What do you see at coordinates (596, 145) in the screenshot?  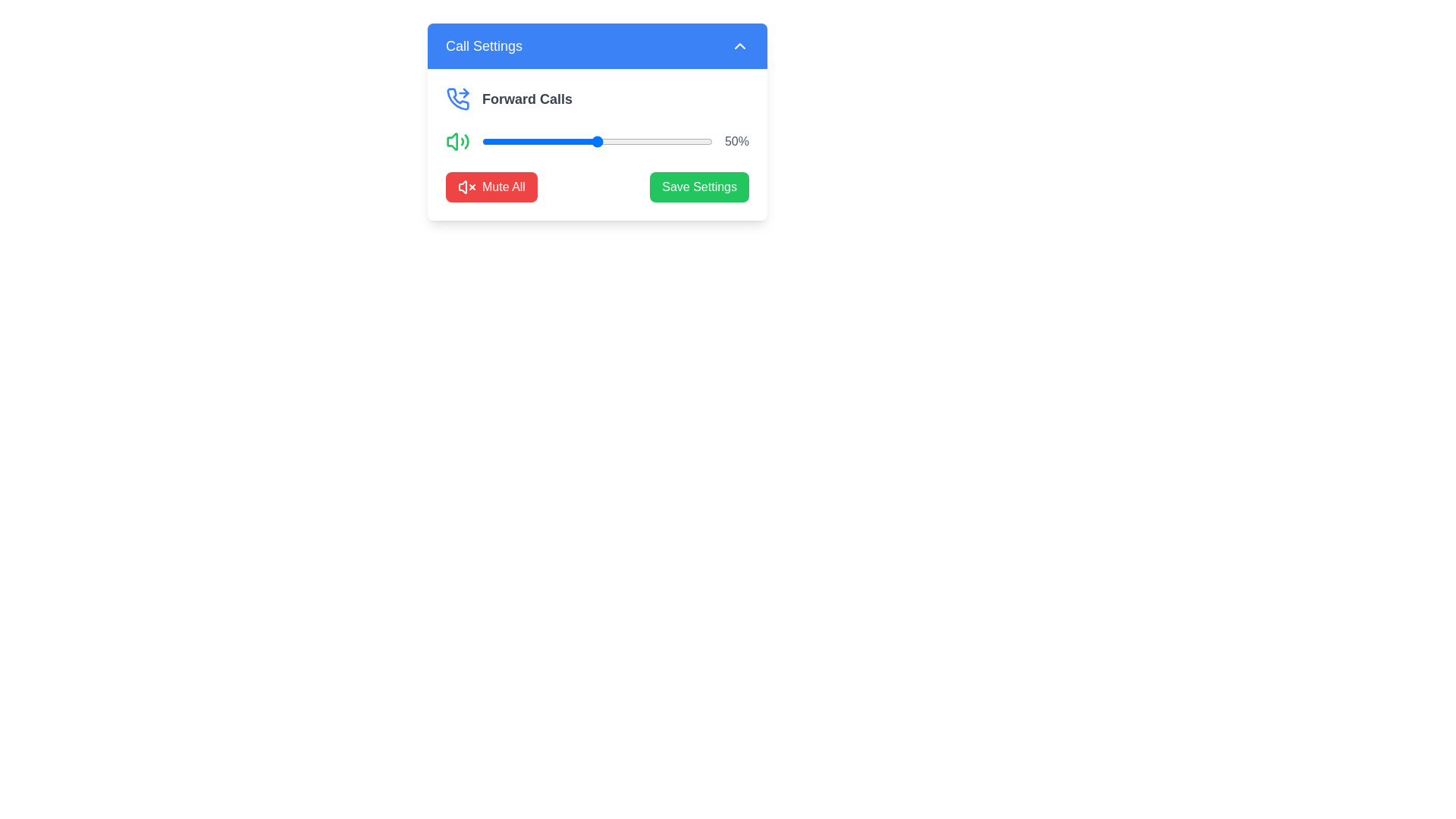 I see `the control panel for managing call settings, which includes options for adjusting call forwarding percentage and muting calls` at bounding box center [596, 145].